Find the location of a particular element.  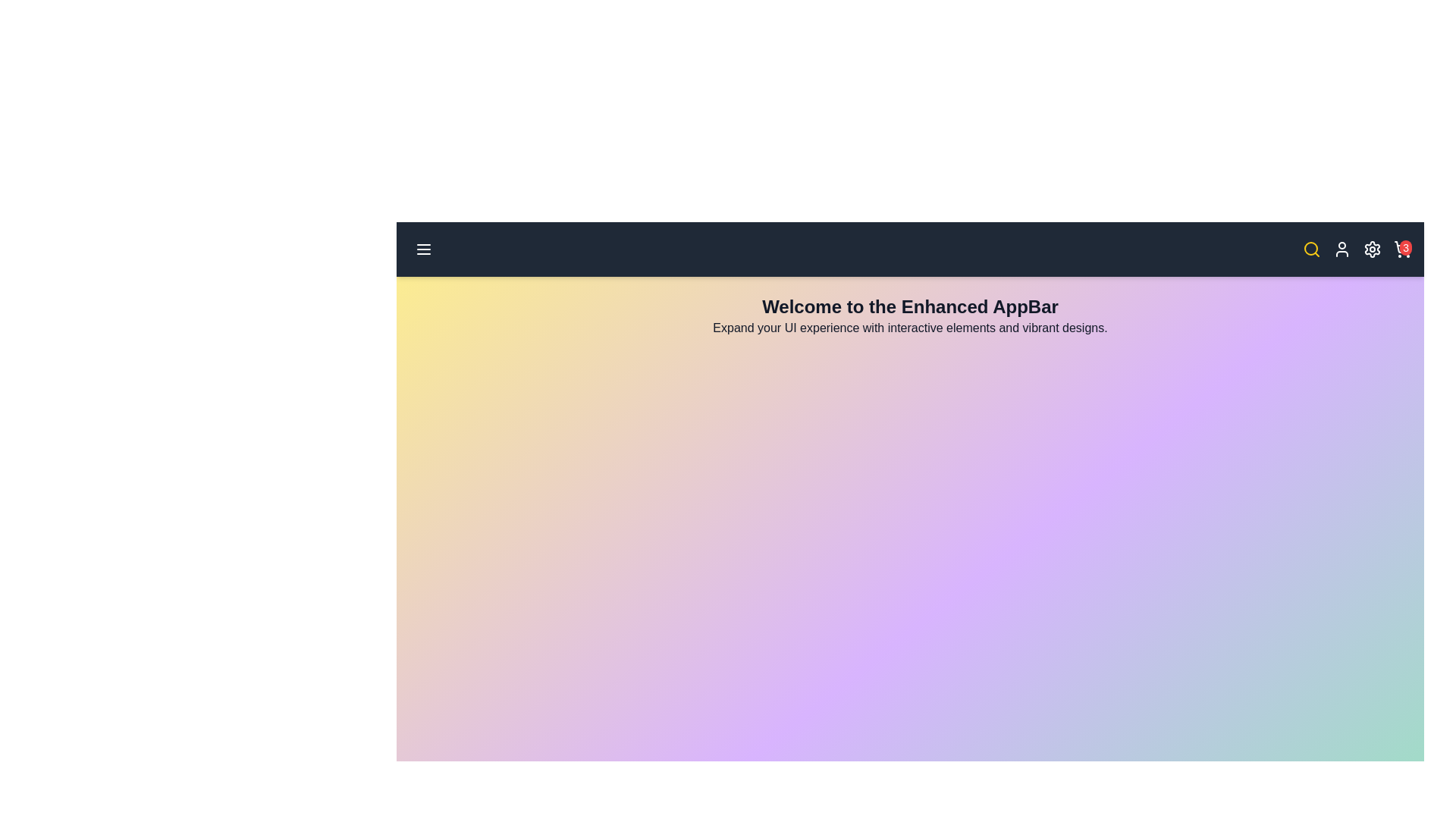

the settings icon to open the settings is located at coordinates (1372, 248).